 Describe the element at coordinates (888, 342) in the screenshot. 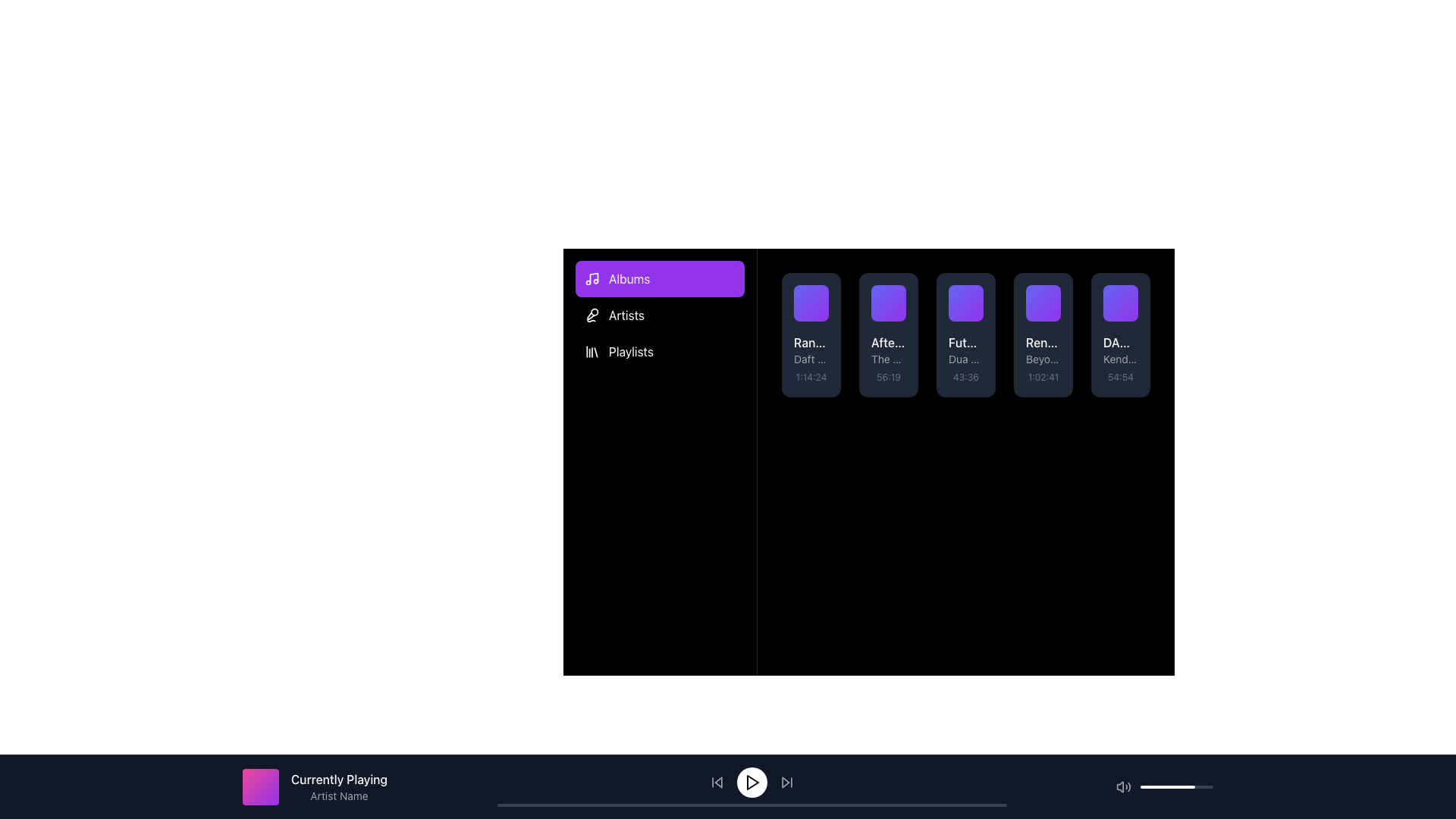

I see `text content of the 'After Hours' label, which is a white, medium font text element positioned centrally beneath a square image placeholder` at that location.